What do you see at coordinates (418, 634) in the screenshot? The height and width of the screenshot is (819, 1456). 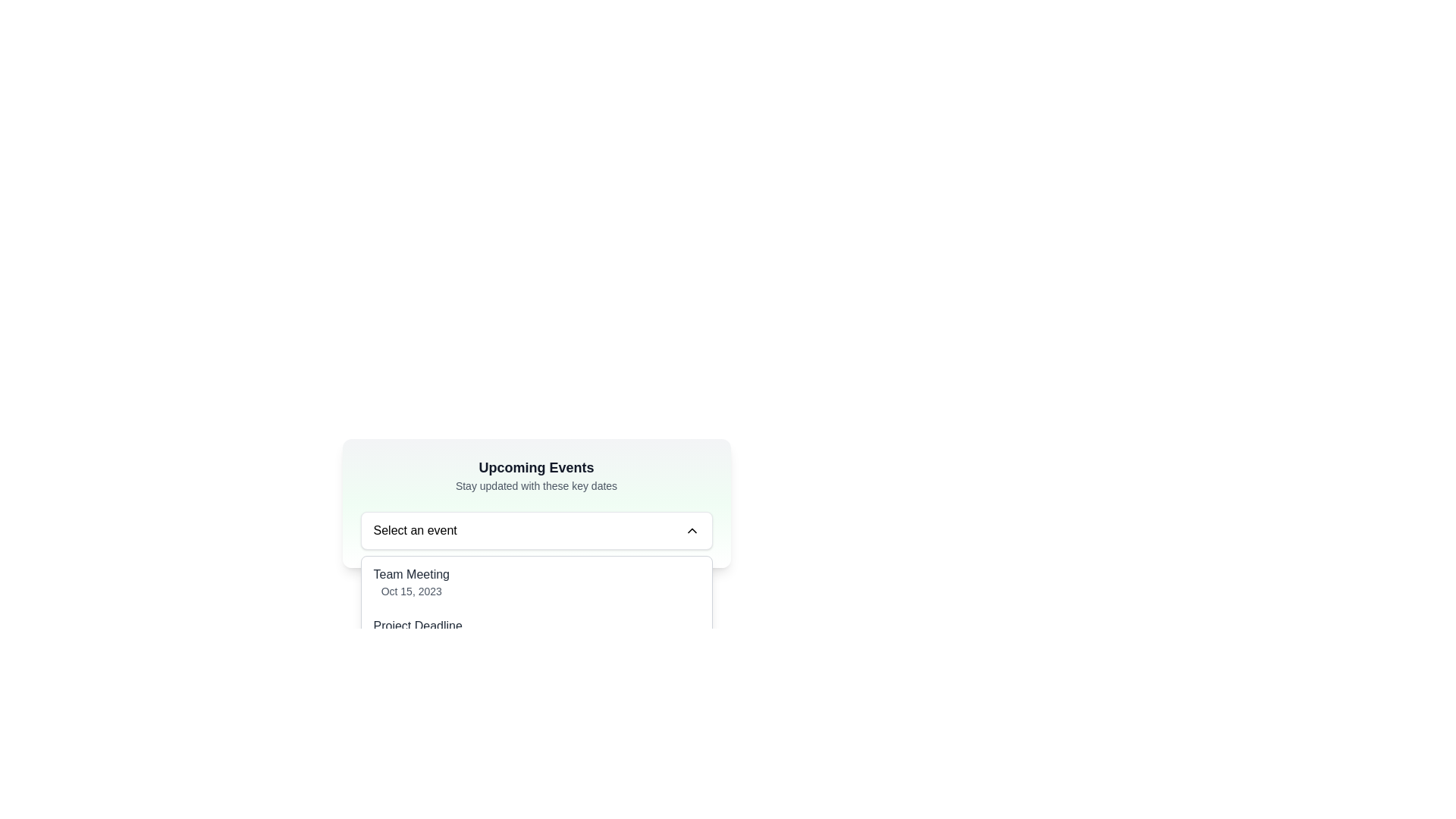 I see `the text element displaying 'Oct 20, 2023', which is the second item in the dropdown list under 'Upcoming Events'` at bounding box center [418, 634].